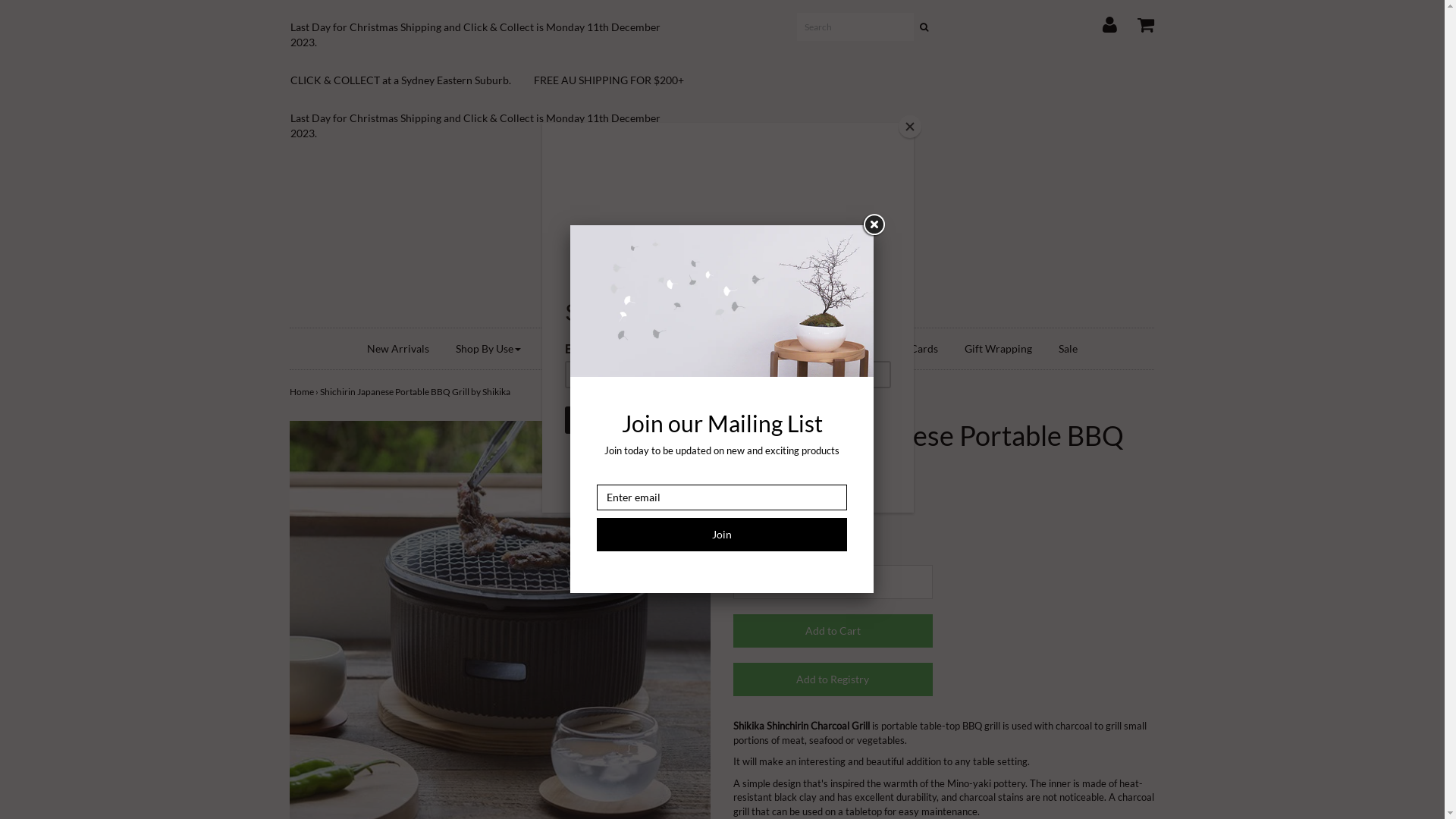  What do you see at coordinates (757, 348) in the screenshot?
I see `'Incense'` at bounding box center [757, 348].